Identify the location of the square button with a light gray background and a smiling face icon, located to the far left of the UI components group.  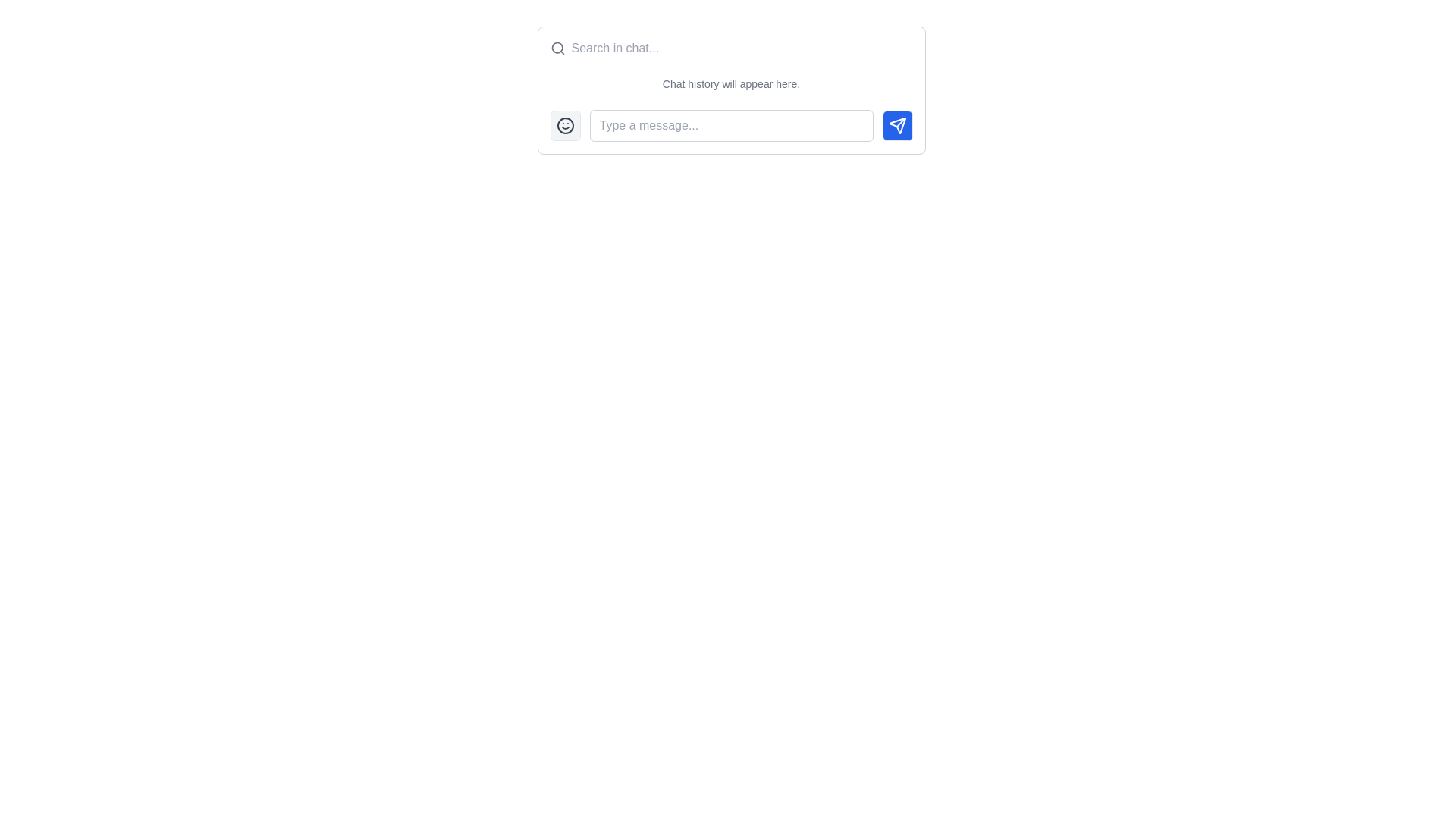
(564, 124).